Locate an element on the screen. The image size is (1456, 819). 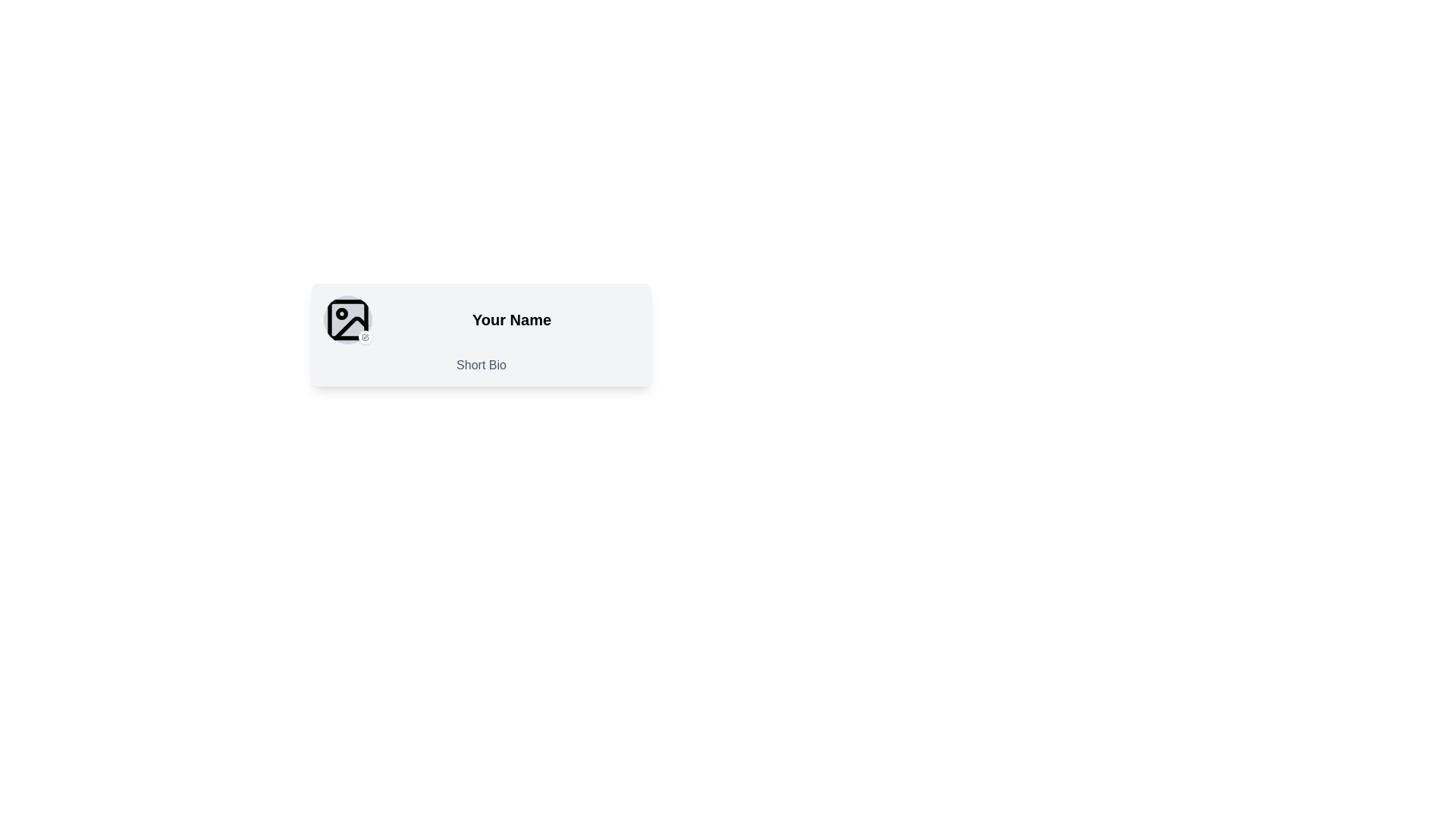
the small rectangular shape located in the top-left corner of the picture frame icon, which features rounded corners is located at coordinates (347, 318).